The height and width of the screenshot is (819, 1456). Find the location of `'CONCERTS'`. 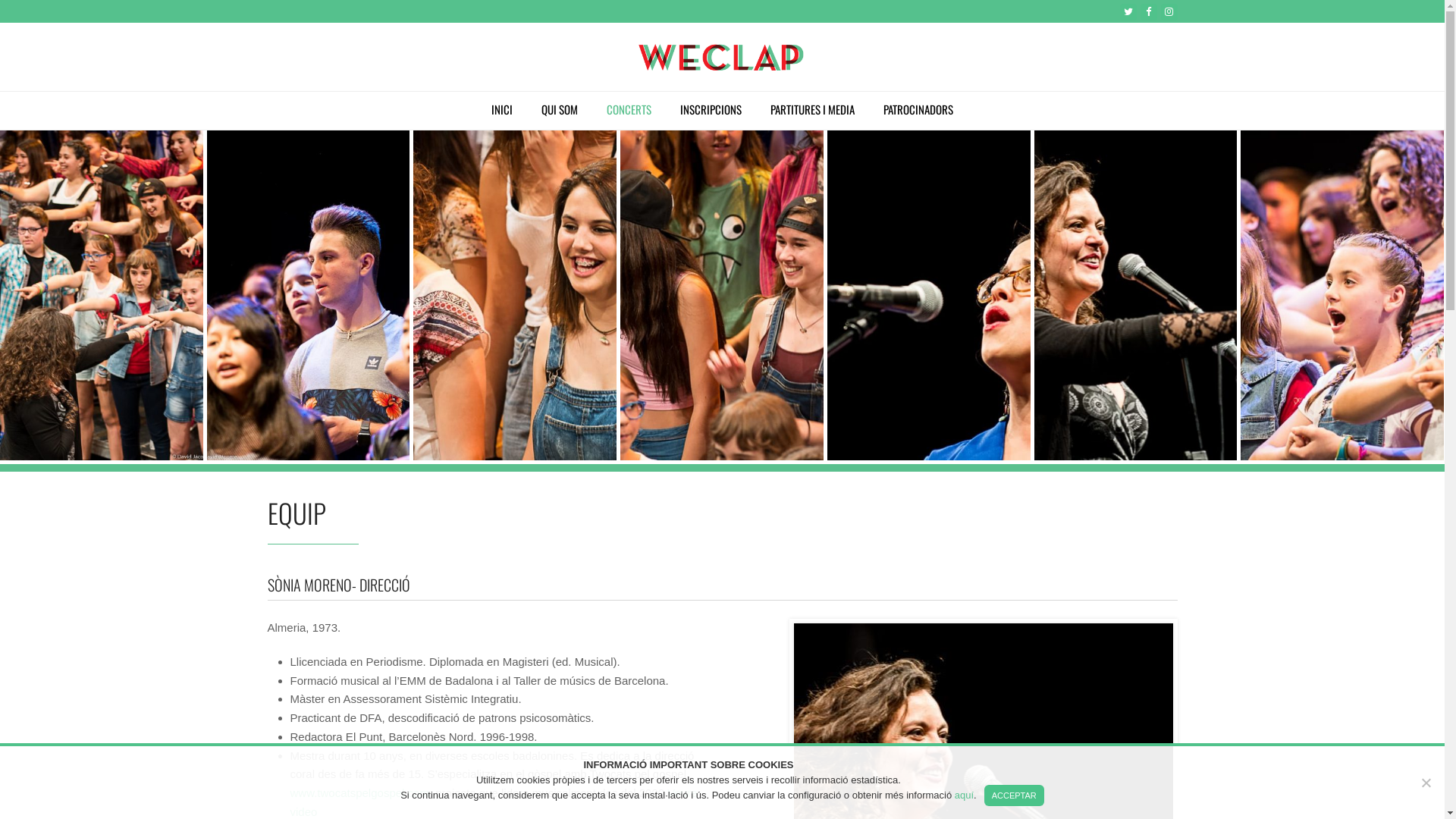

'CONCERTS' is located at coordinates (629, 110).